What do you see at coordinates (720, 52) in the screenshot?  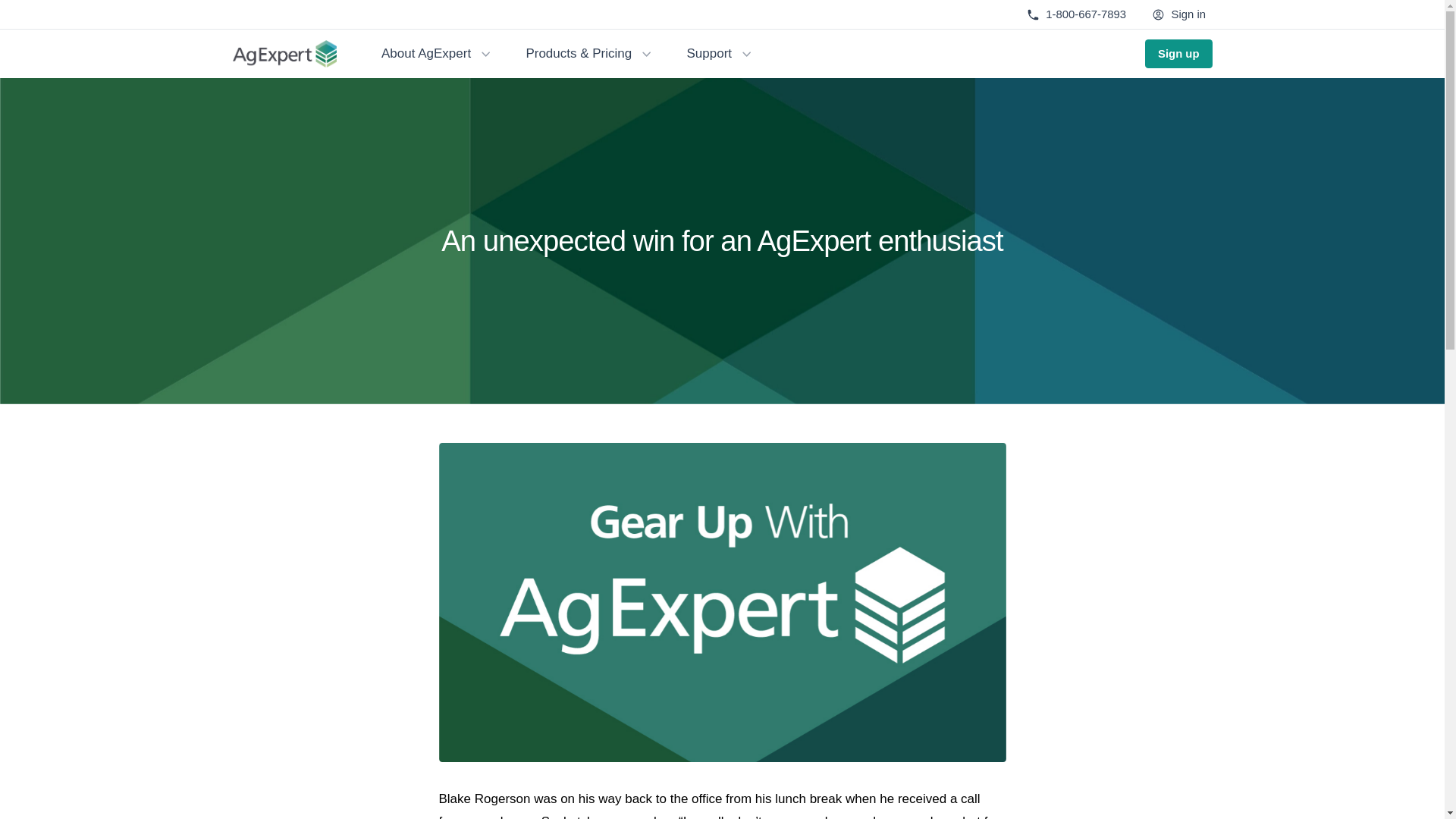 I see `'Support'` at bounding box center [720, 52].